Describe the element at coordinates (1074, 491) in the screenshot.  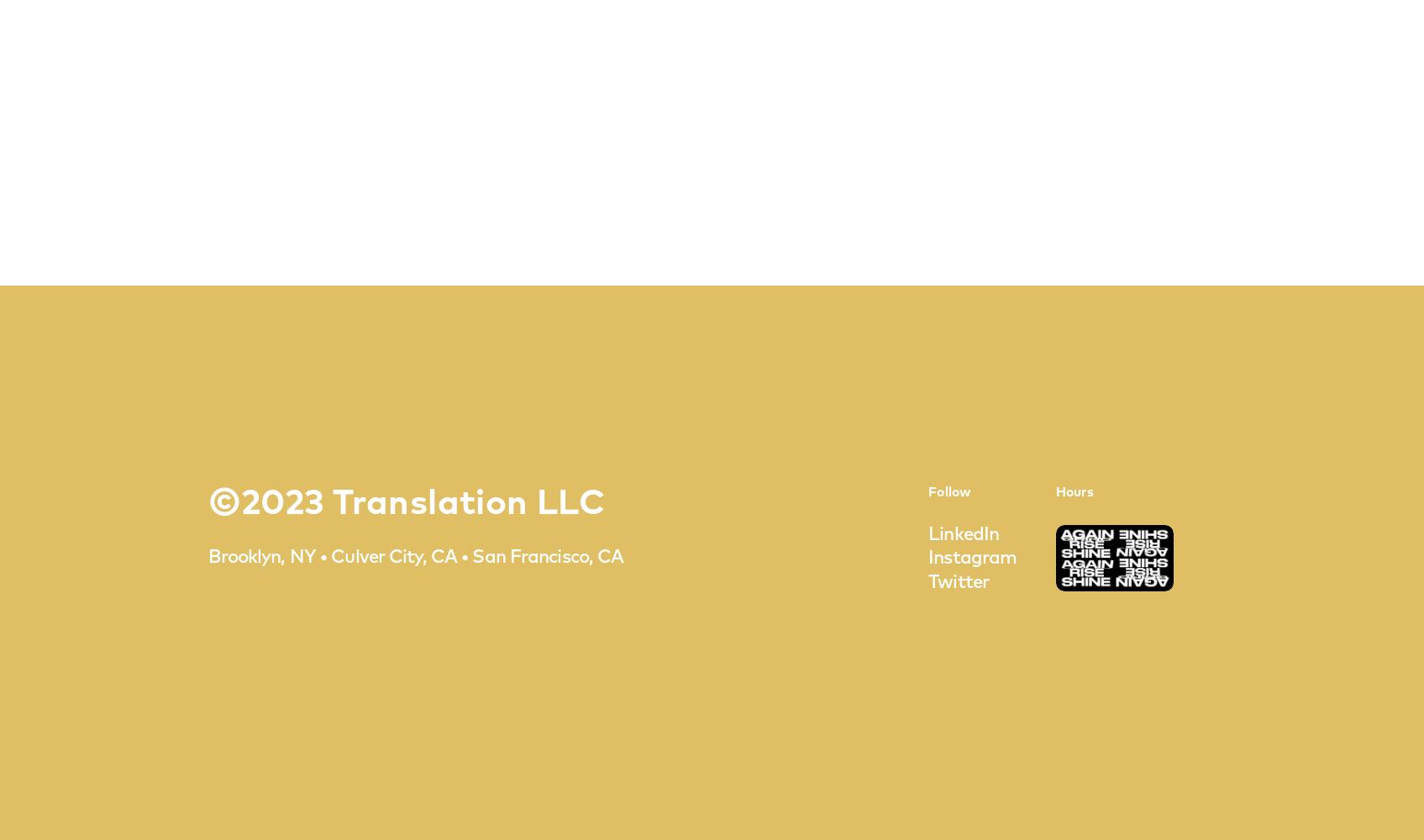
I see `'Hours'` at that location.